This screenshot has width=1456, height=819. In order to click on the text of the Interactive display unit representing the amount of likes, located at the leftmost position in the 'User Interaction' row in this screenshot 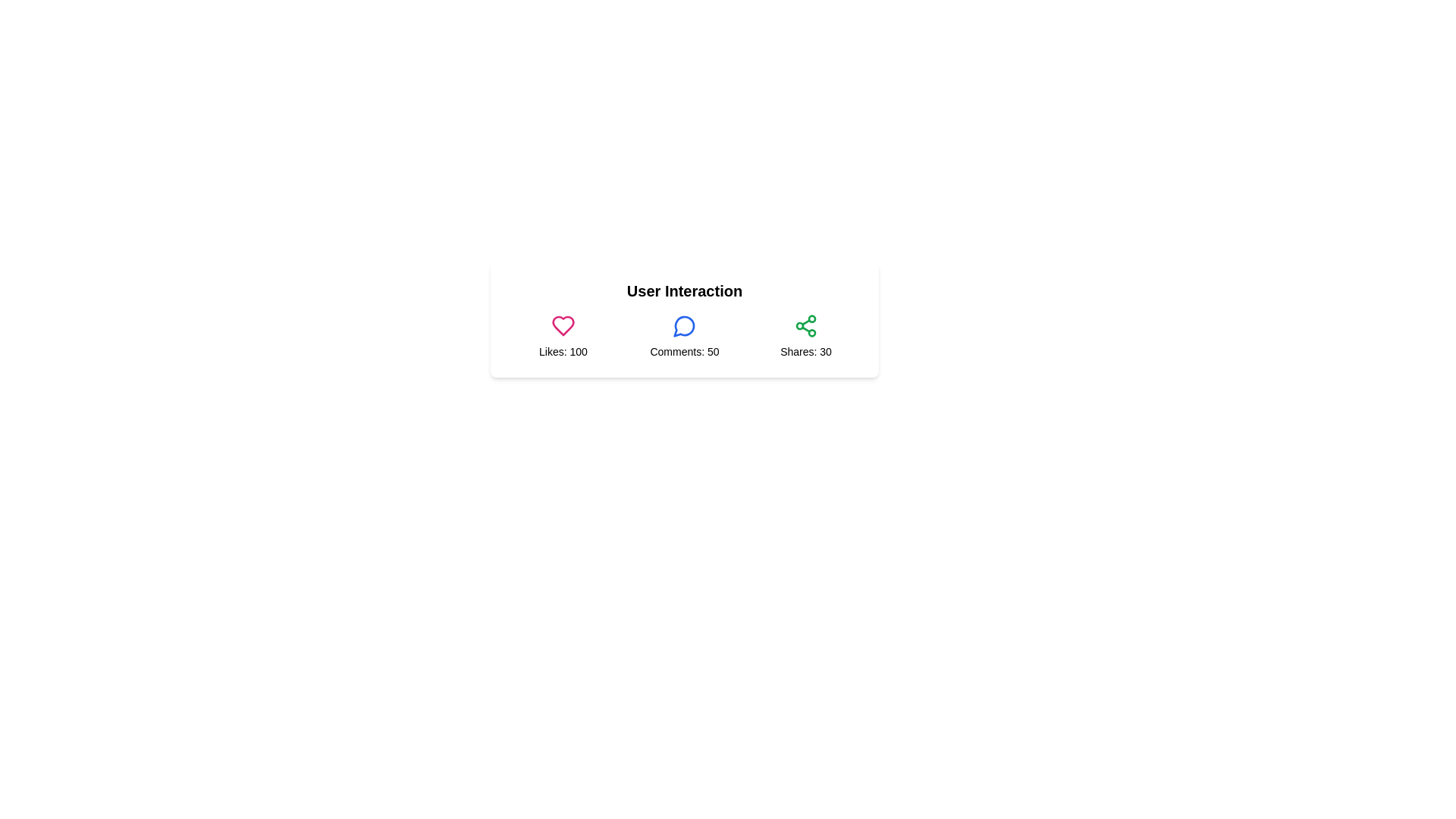, I will do `click(563, 335)`.